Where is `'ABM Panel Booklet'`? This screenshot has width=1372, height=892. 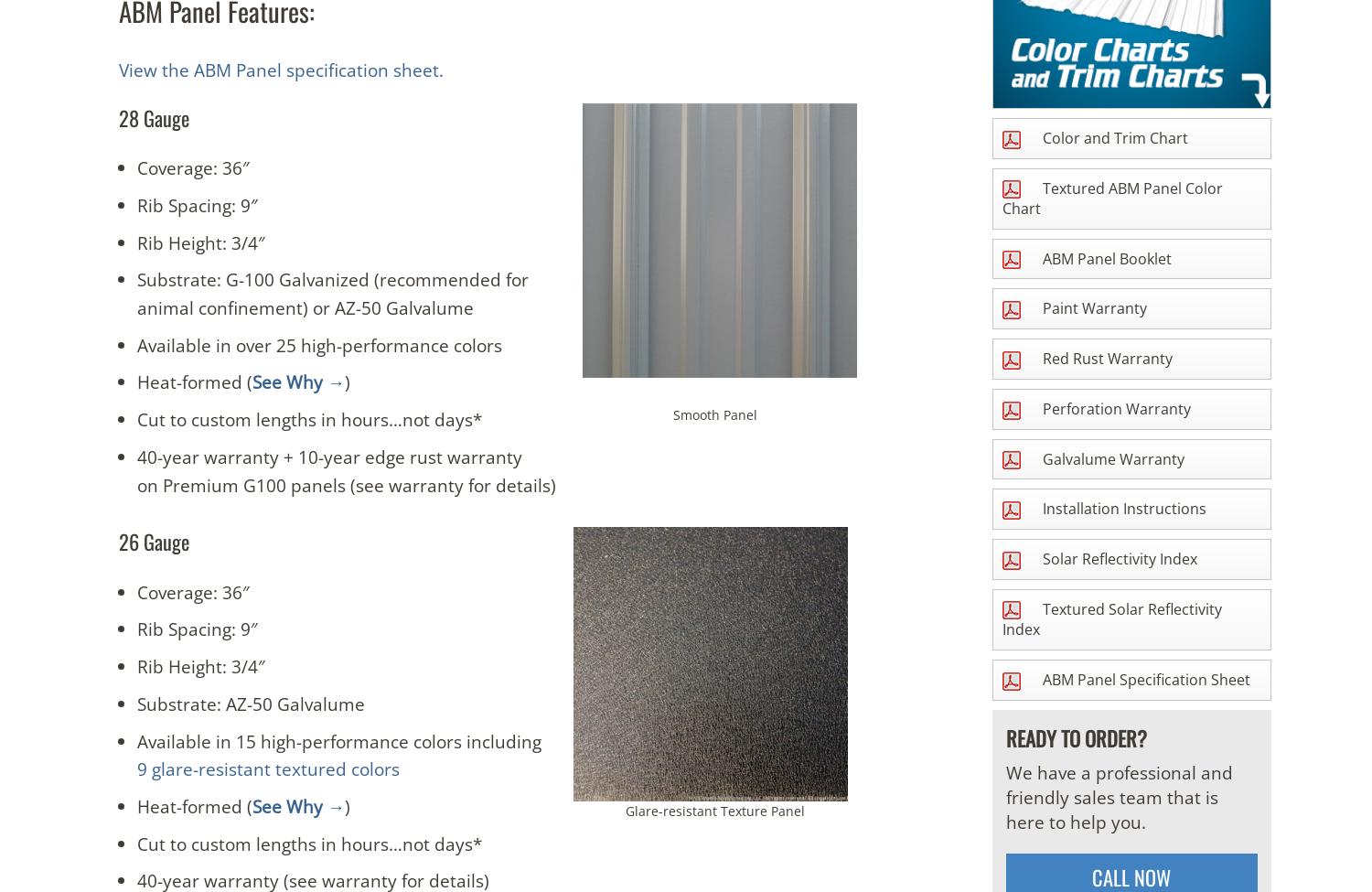 'ABM Panel Booklet' is located at coordinates (1038, 257).